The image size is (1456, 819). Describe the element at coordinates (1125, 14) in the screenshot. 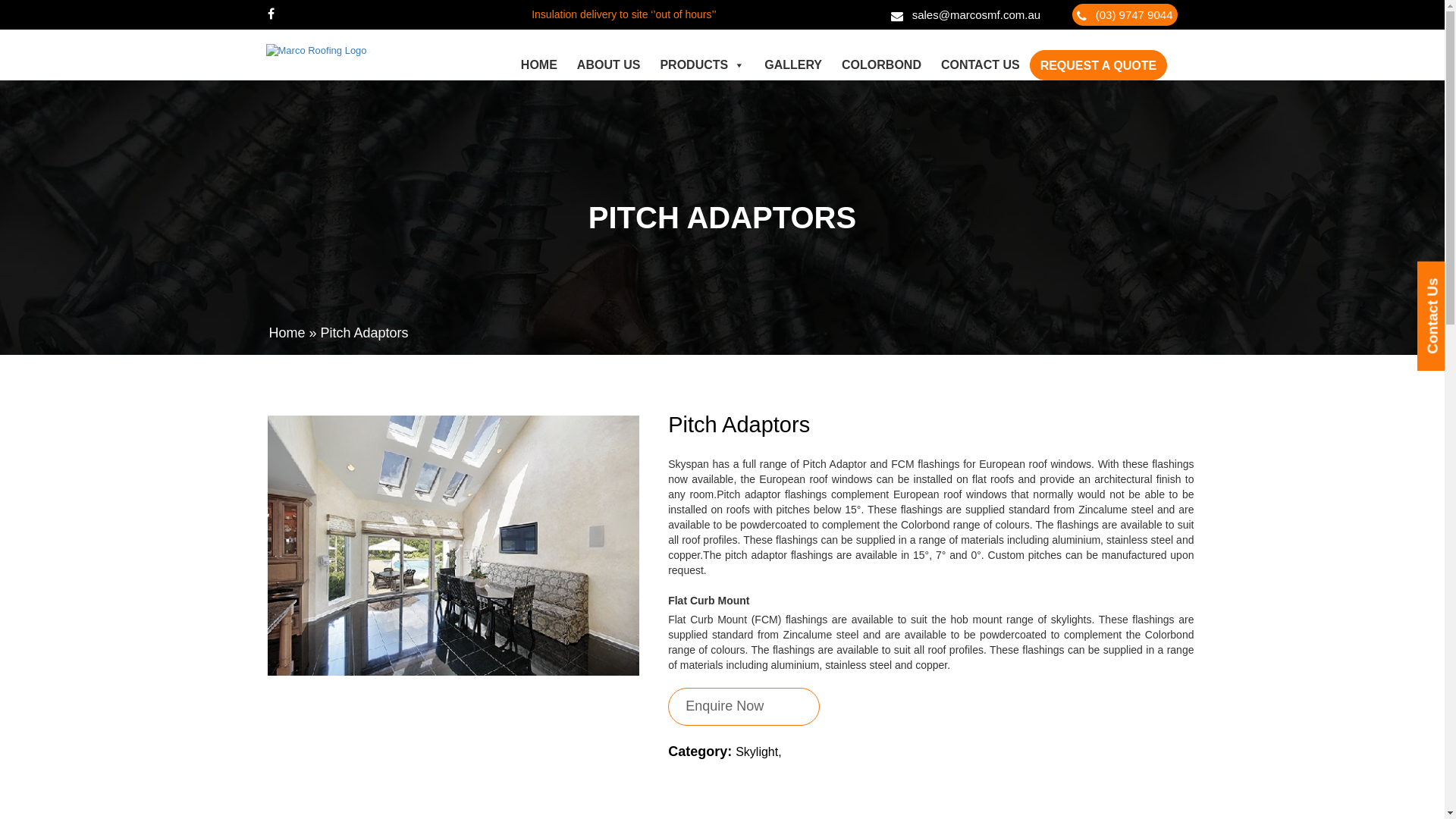

I see `'(03) 9747 9044'` at that location.